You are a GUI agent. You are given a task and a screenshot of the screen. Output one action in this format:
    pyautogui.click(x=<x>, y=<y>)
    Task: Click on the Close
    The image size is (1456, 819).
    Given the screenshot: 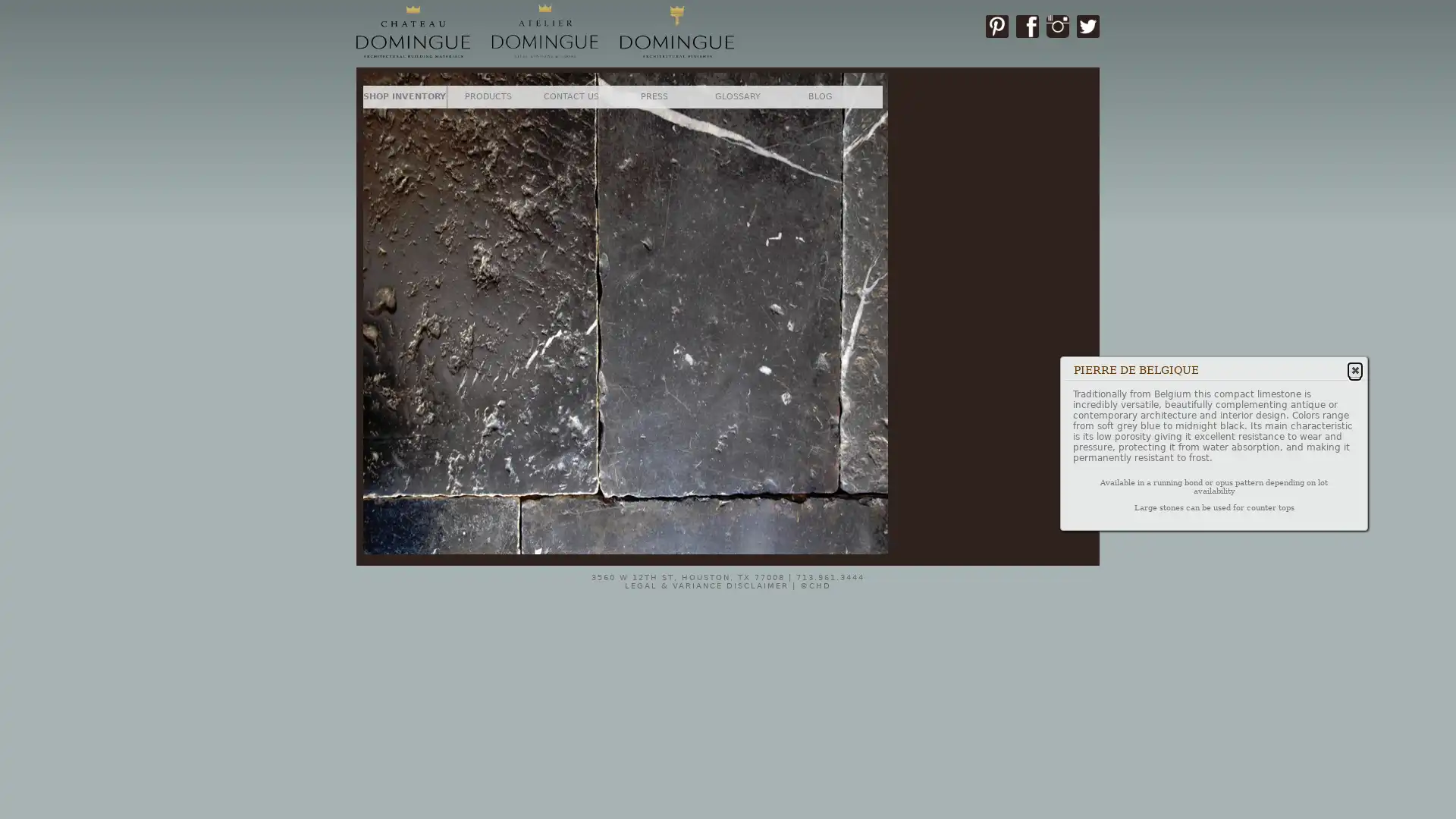 What is the action you would take?
    pyautogui.click(x=1354, y=369)
    